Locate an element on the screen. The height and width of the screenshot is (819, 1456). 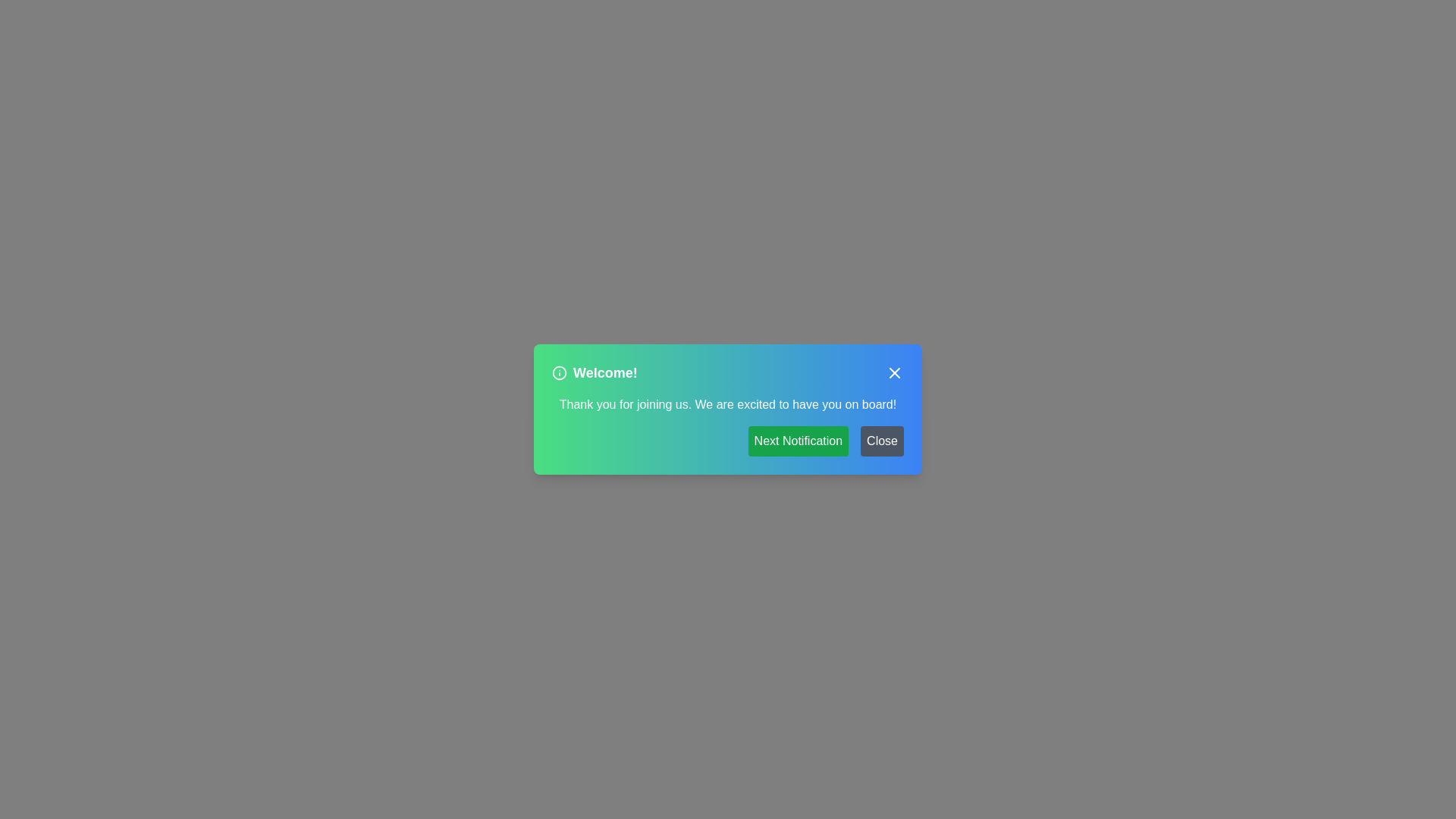
the 'Close' button to close the dialog is located at coordinates (882, 441).